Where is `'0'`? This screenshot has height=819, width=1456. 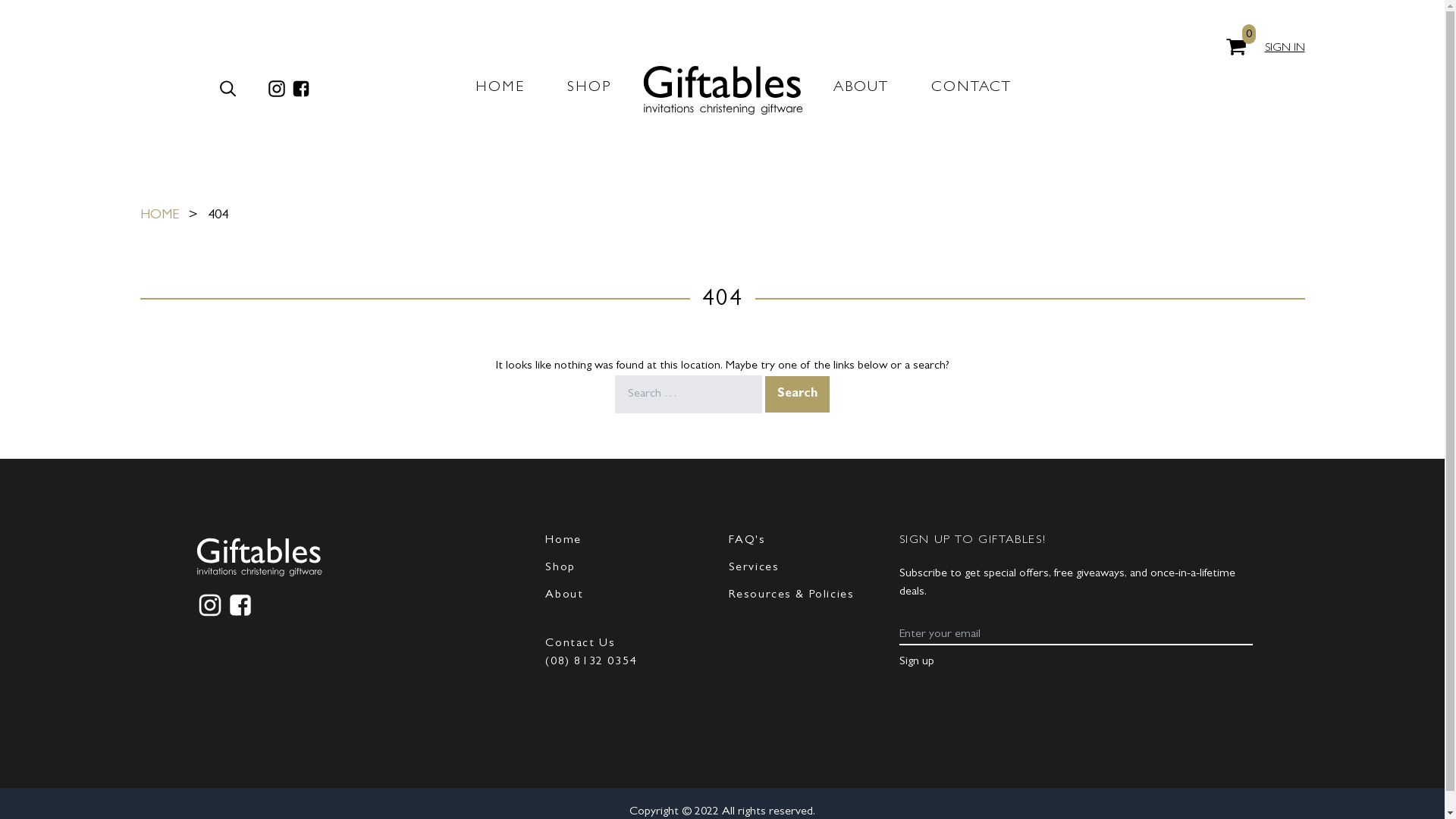 '0' is located at coordinates (1236, 45).